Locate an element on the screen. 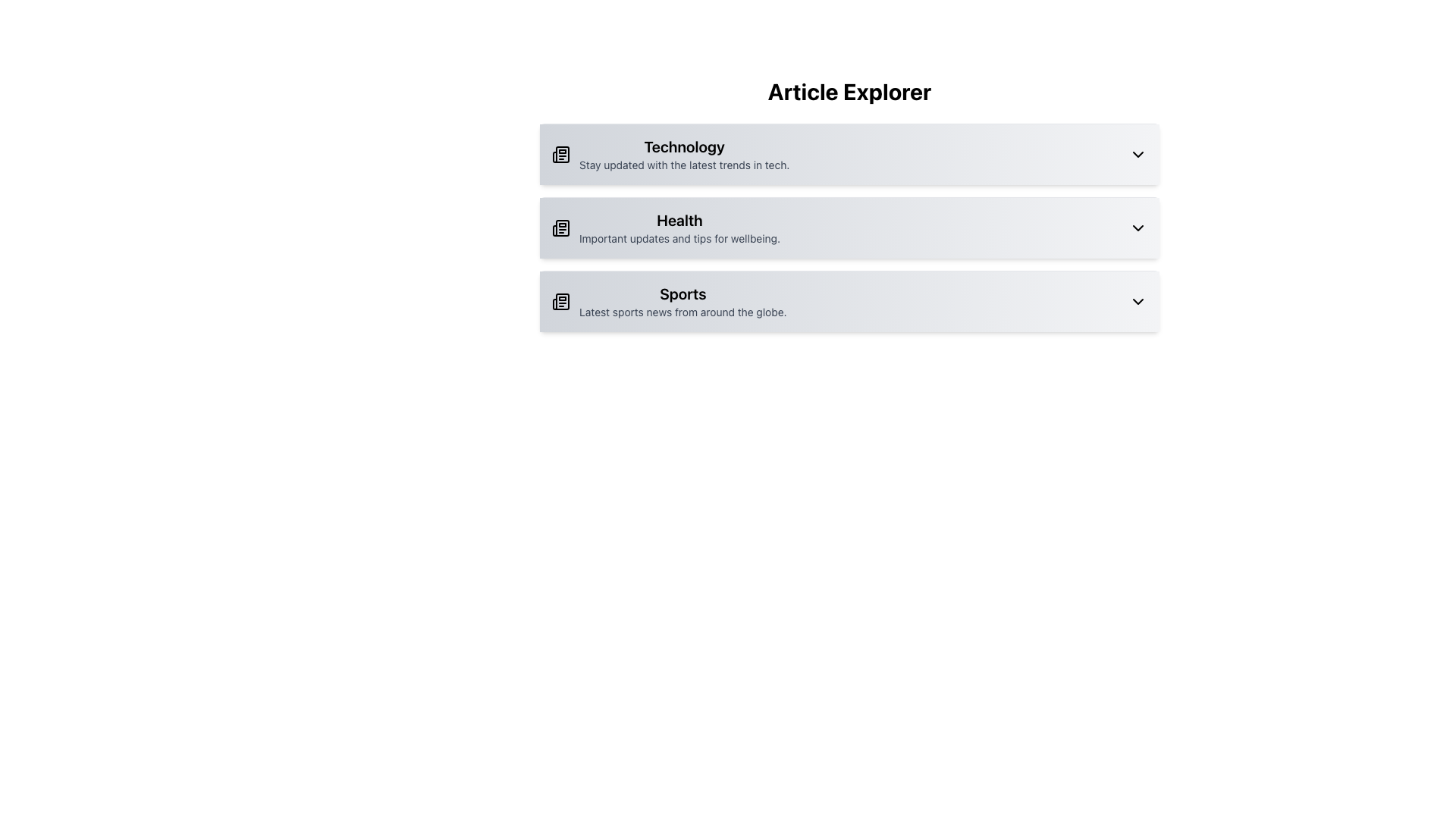 Image resolution: width=1456 pixels, height=819 pixels. the 'Technology' icon, which is located at the leftmost end of the 'Technology' section, adjacent to the text 'Technology', if it is enabled is located at coordinates (560, 155).